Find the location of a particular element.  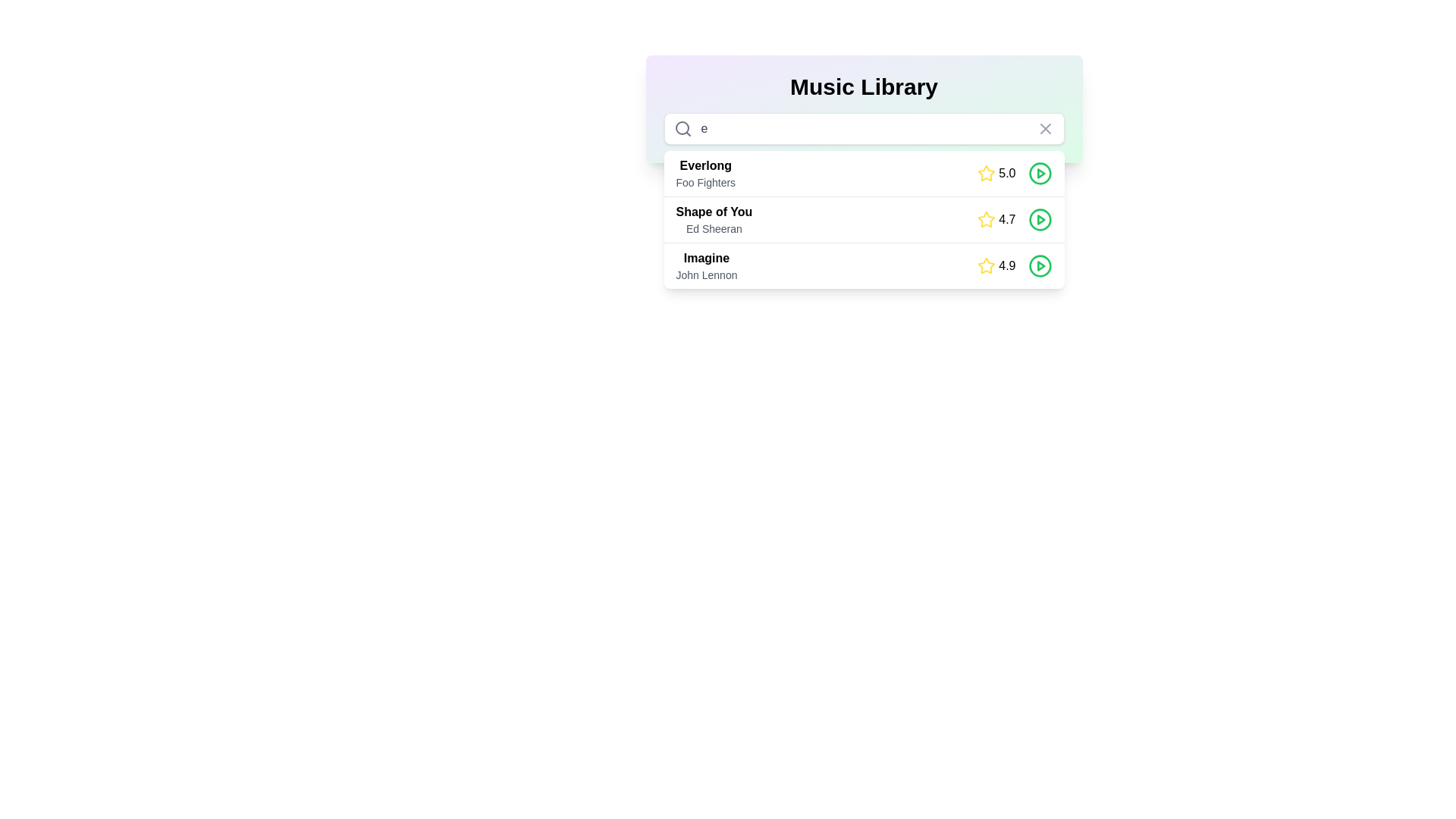

the green circular play button located adjacent to the golden star icon in the first entry of the list labeled '5.0' to trigger the scaling hover effect is located at coordinates (1039, 172).